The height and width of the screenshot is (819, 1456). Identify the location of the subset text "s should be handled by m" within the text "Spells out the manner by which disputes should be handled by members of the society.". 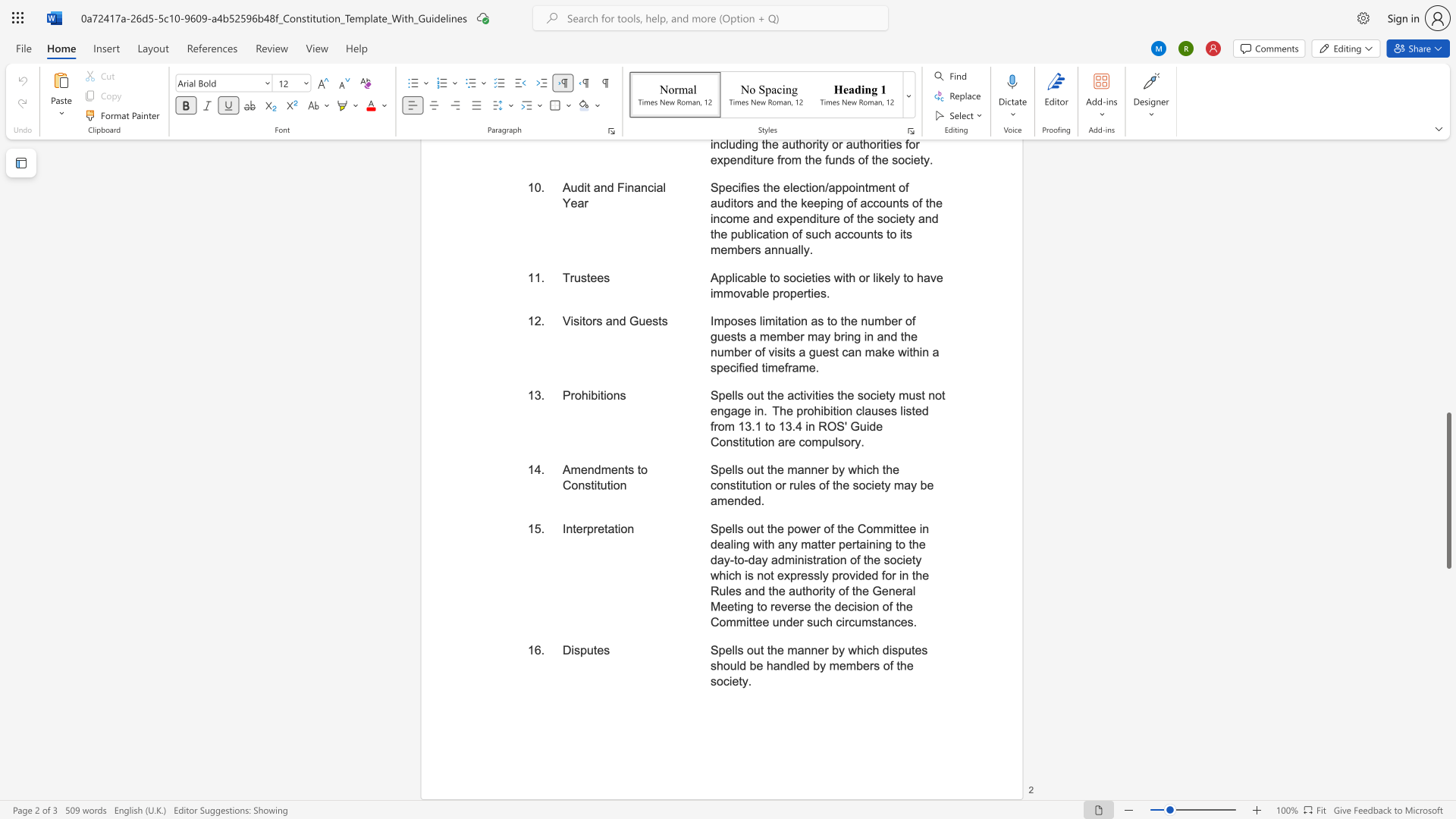
(921, 649).